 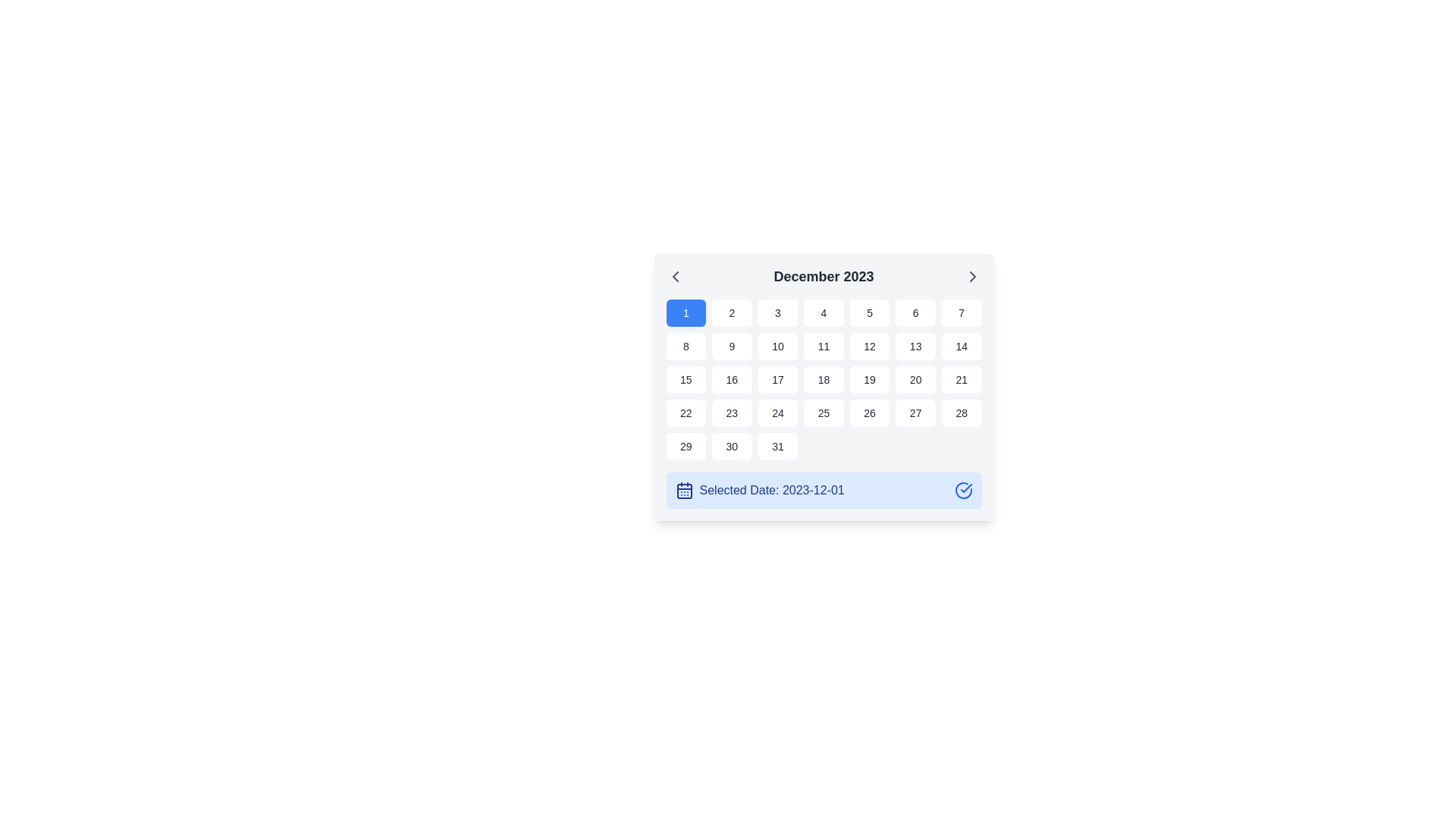 I want to click on the rounded rectangular button labeled '10', so click(x=777, y=346).